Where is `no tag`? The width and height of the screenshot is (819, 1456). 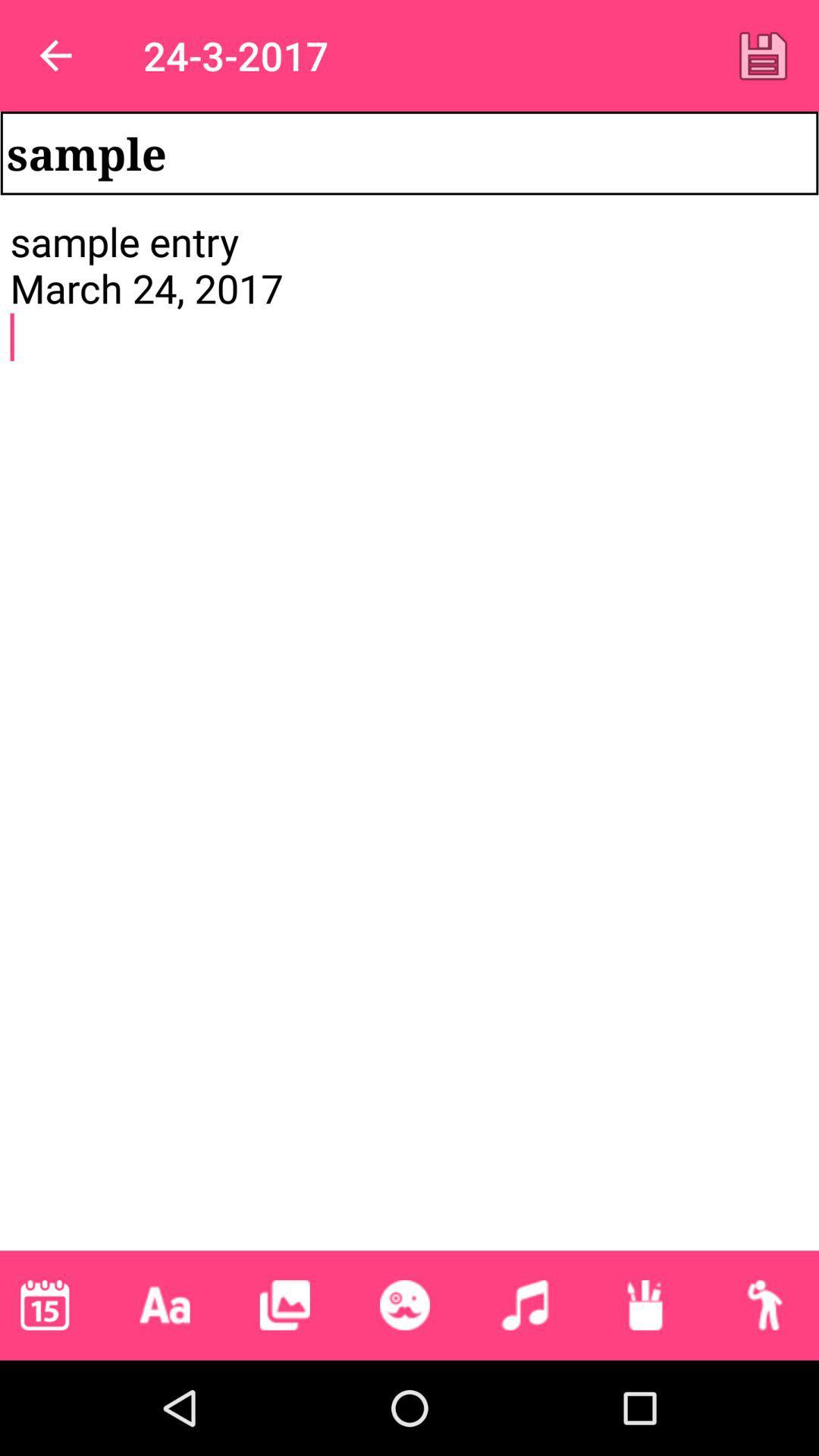
no tag is located at coordinates (403, 1304).